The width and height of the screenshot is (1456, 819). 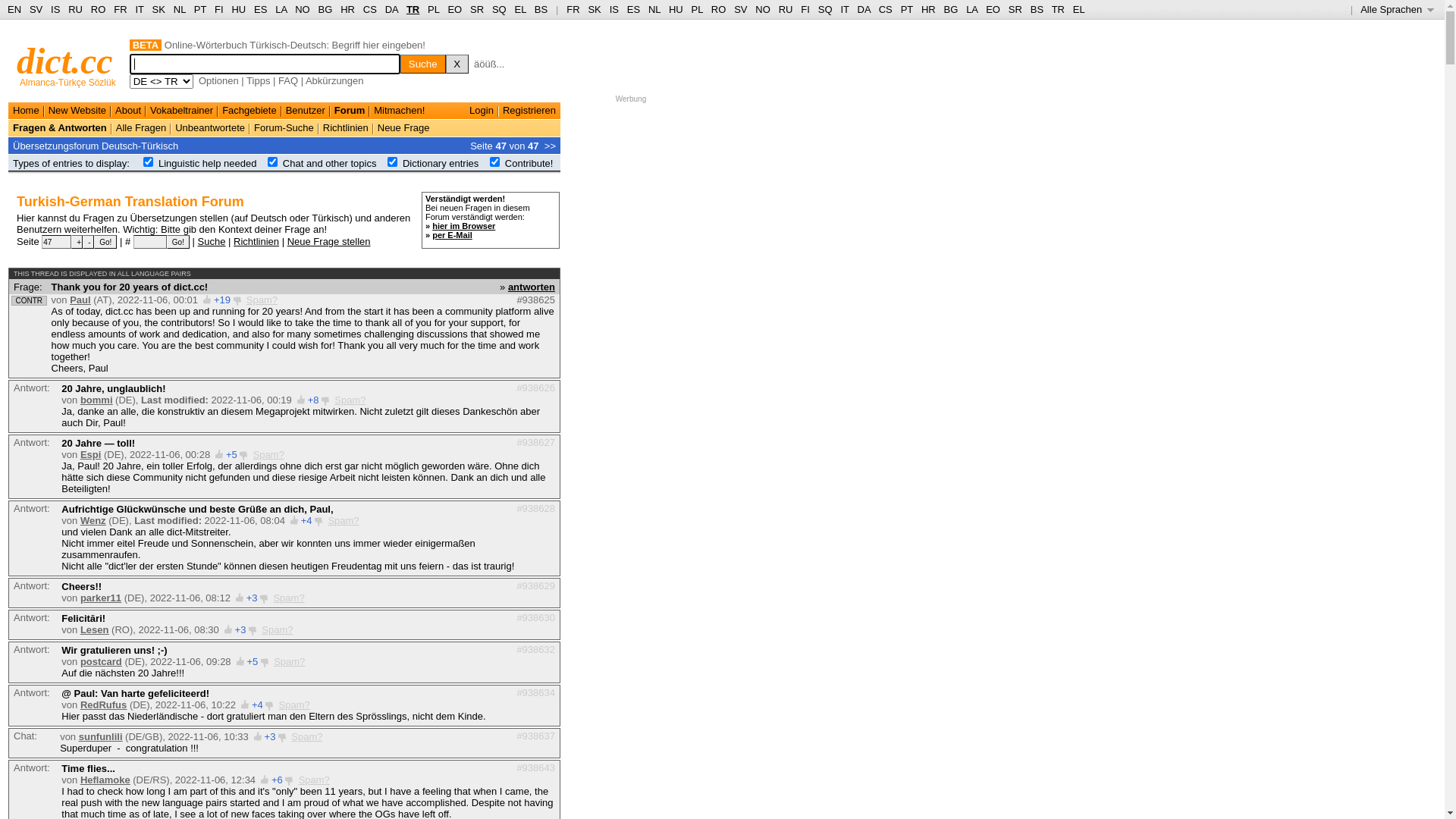 I want to click on 'BS', so click(x=541, y=9).